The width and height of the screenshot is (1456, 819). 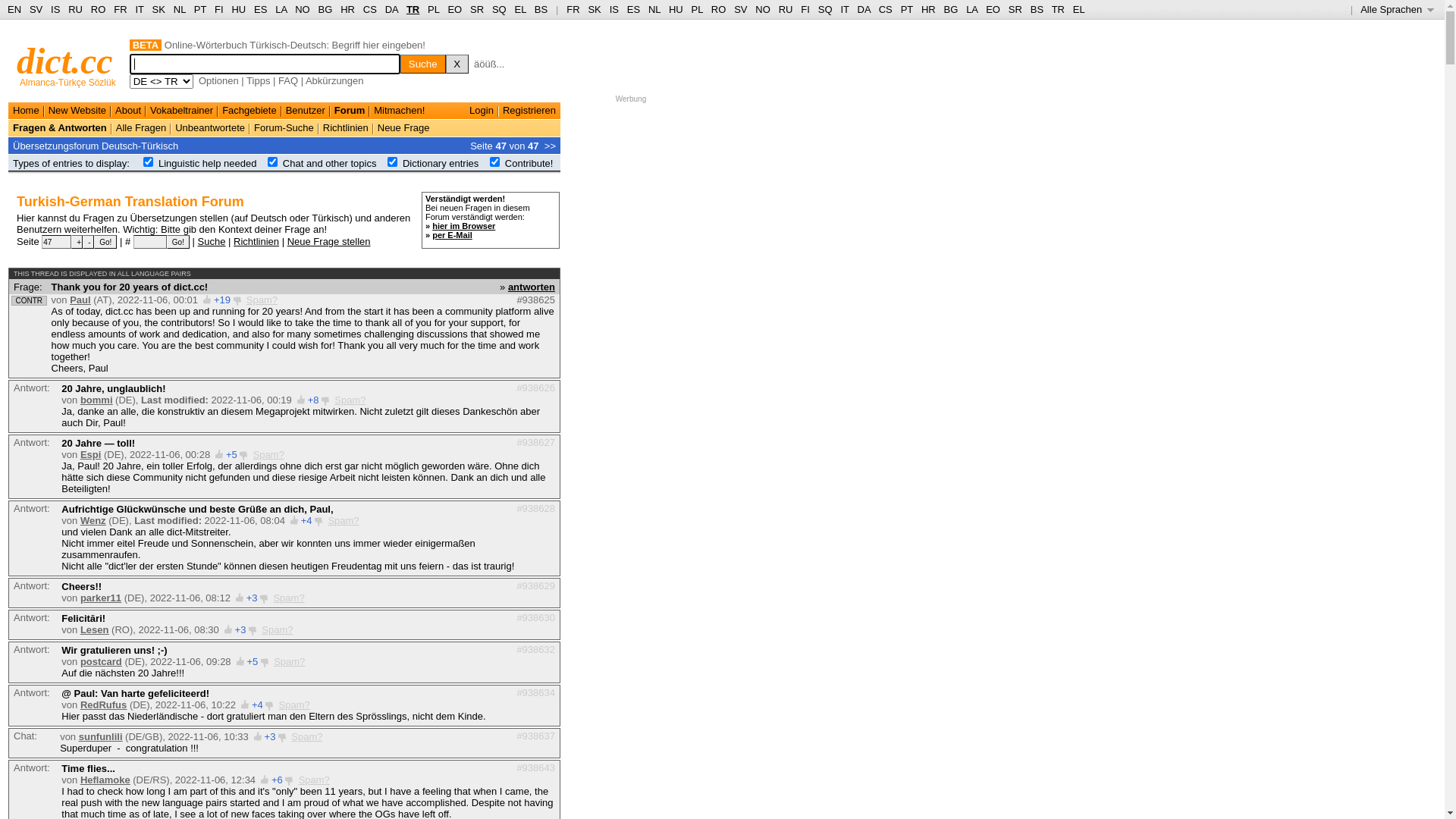 I want to click on 'BS', so click(x=541, y=9).